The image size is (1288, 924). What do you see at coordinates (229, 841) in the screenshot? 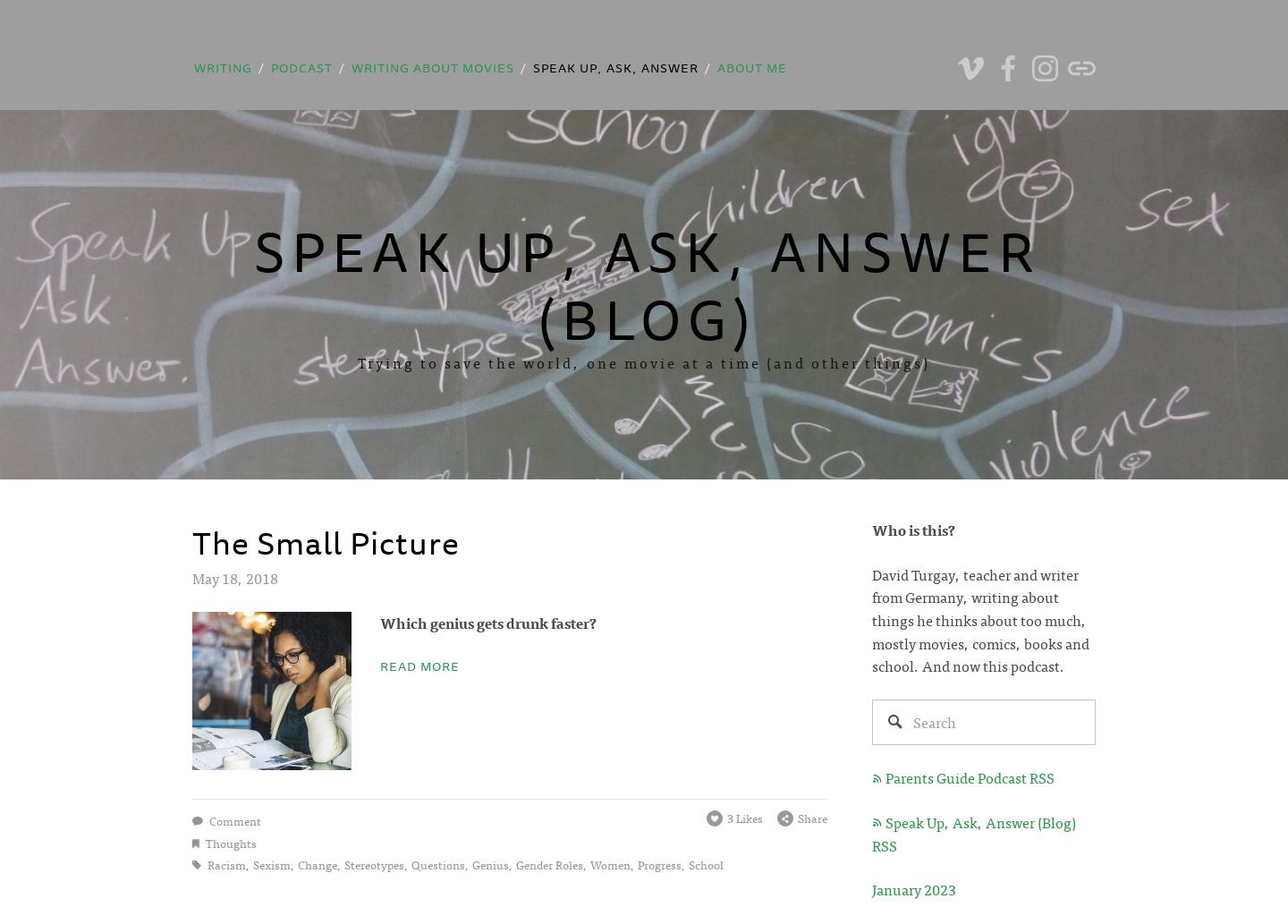
I see `'thoughts'` at bounding box center [229, 841].